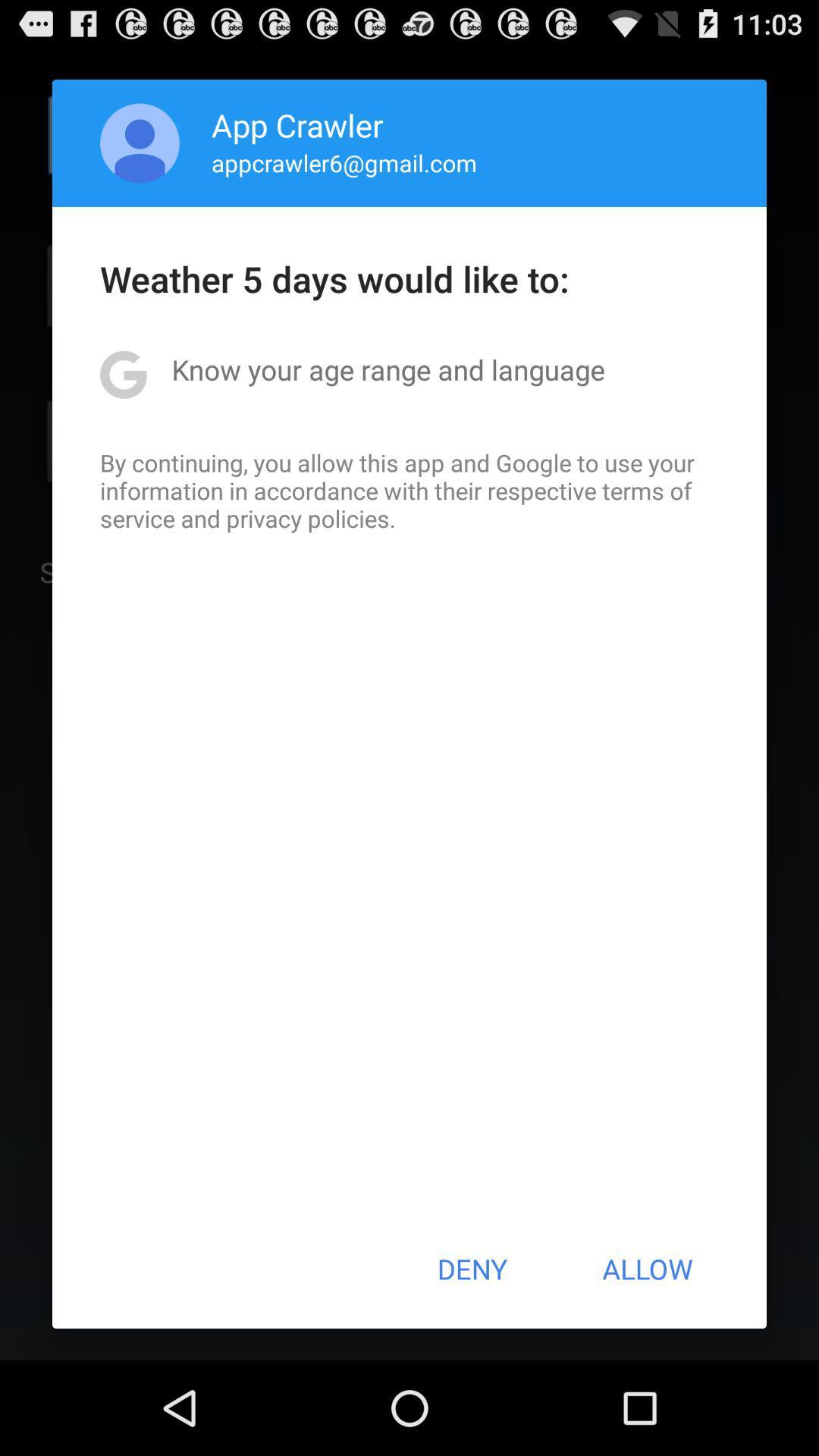 This screenshot has height=1456, width=819. Describe the element at coordinates (344, 162) in the screenshot. I see `the item above the weather 5 days` at that location.